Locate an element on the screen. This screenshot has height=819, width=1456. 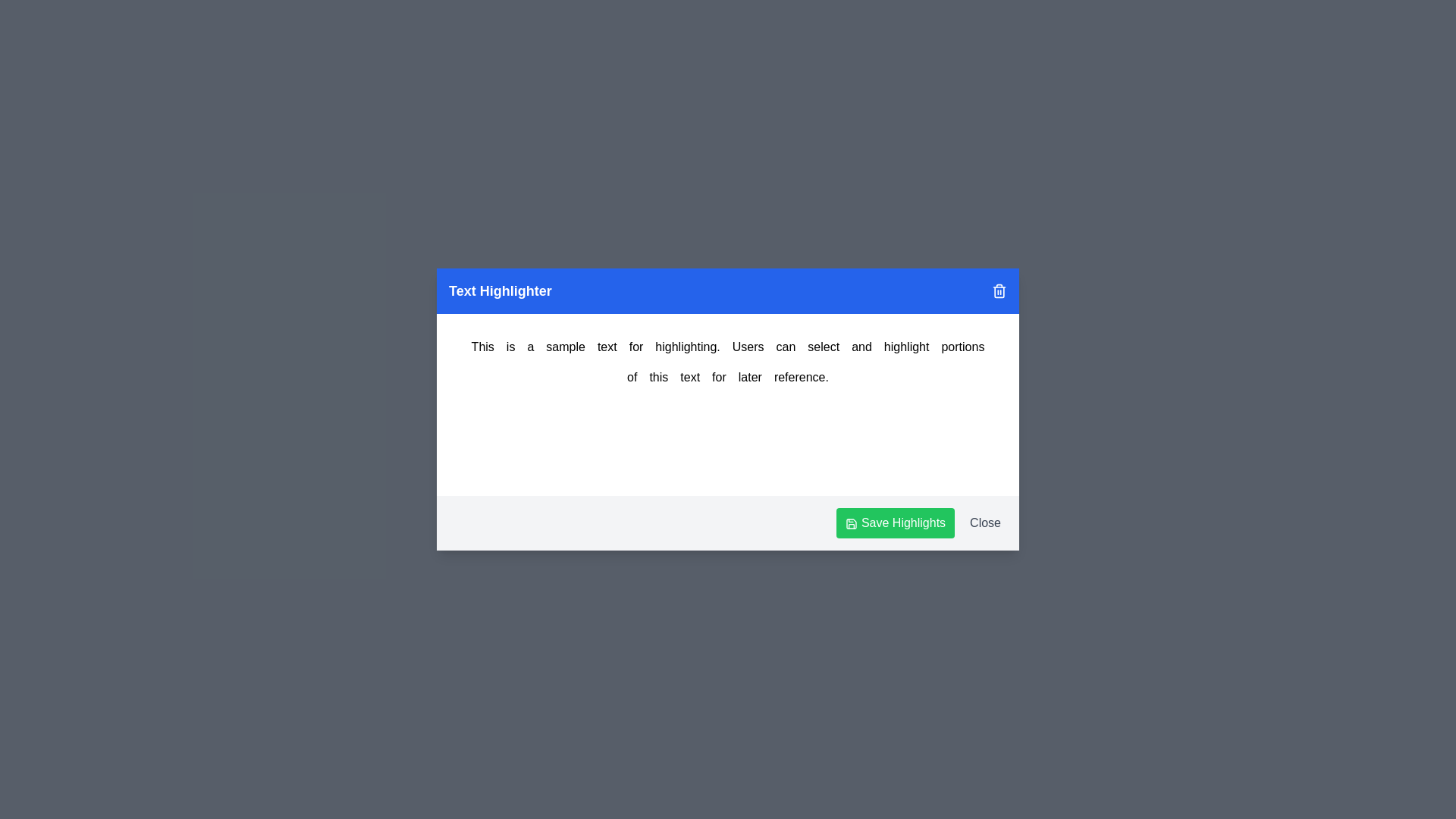
the word 'highlight' by clicking on it is located at coordinates (906, 347).